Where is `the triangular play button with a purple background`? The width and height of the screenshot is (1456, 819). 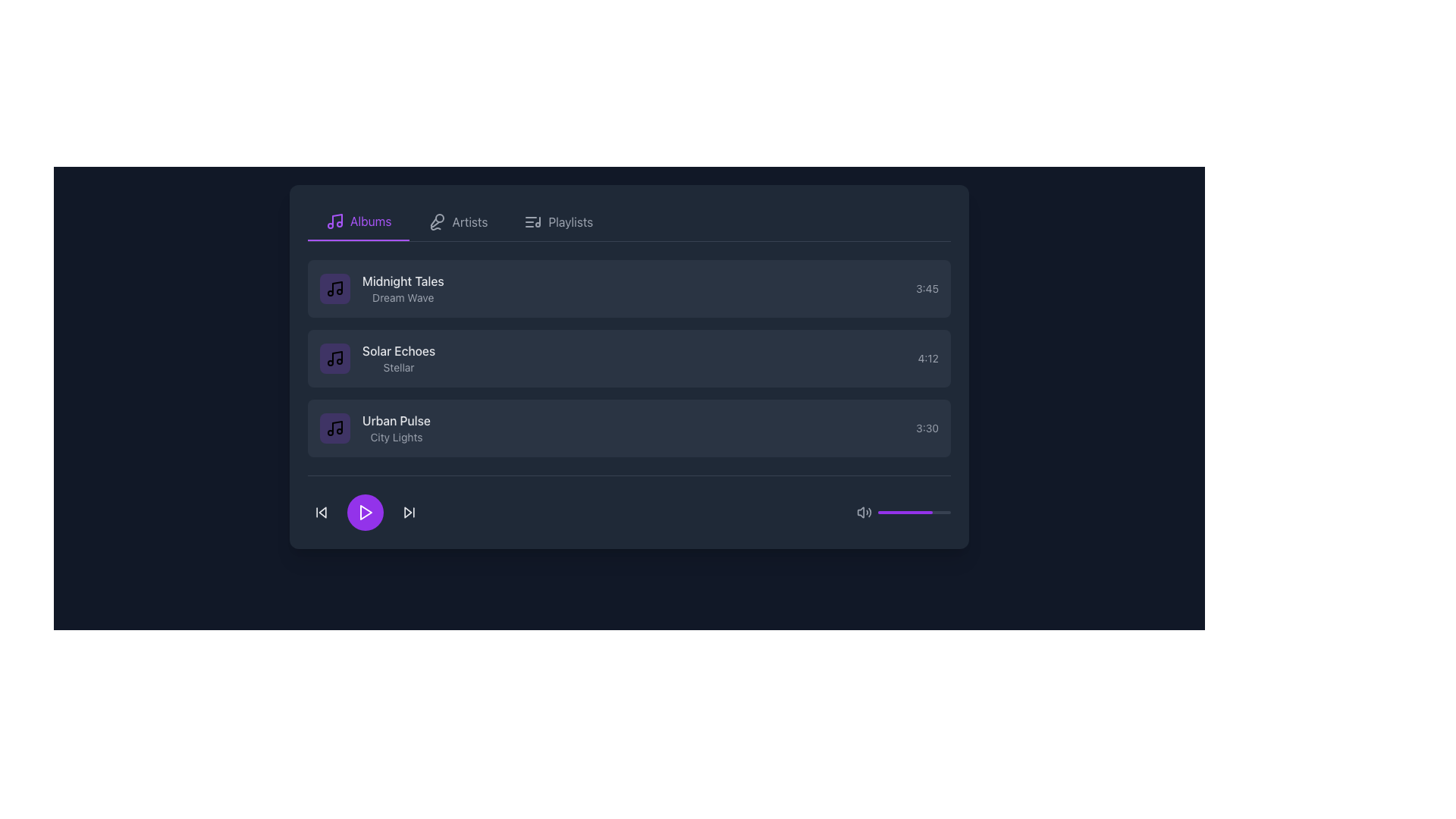 the triangular play button with a purple background is located at coordinates (366, 512).